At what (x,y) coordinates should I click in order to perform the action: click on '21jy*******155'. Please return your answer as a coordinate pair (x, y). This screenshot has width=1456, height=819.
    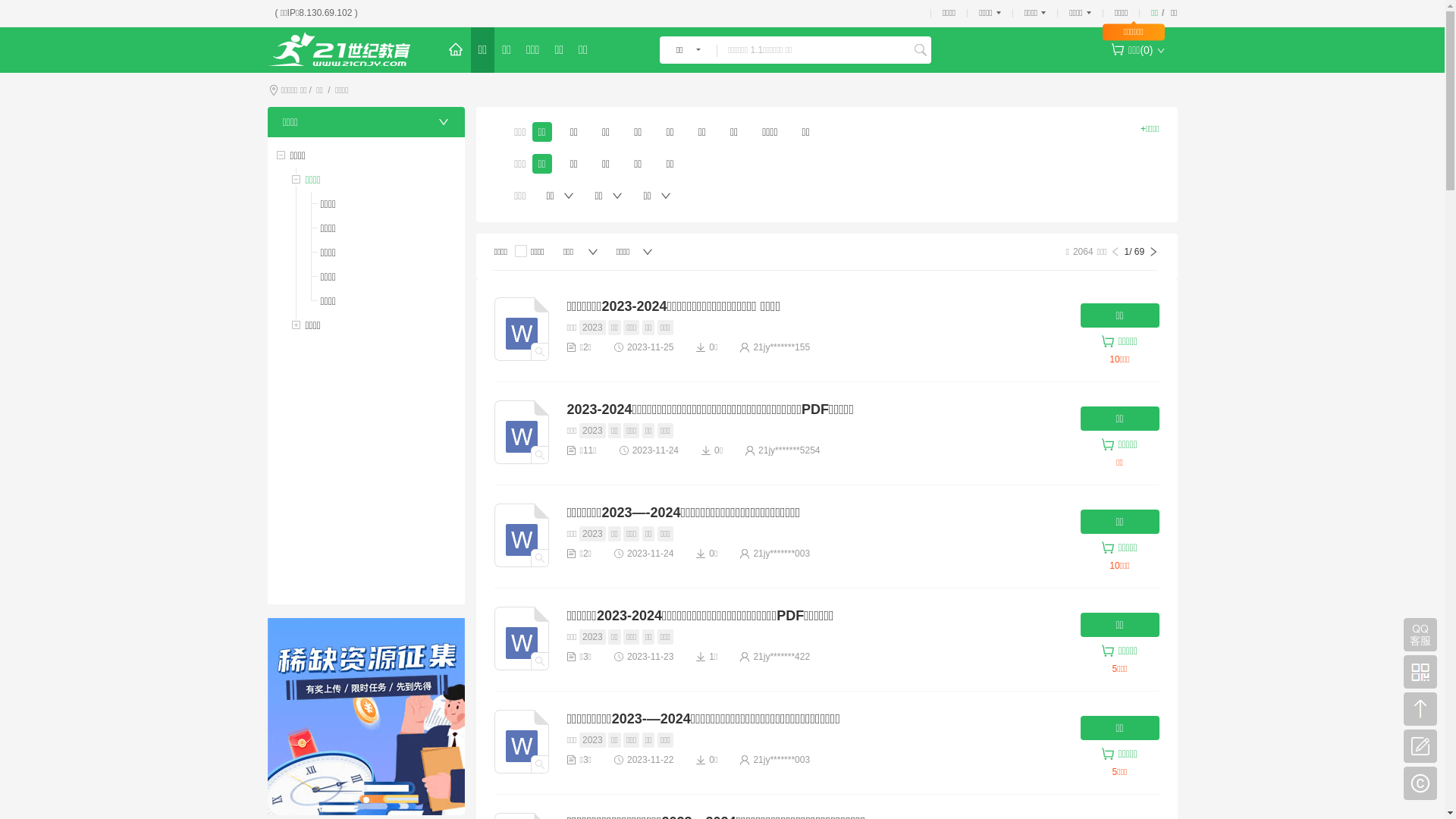
    Looking at the image, I should click on (781, 347).